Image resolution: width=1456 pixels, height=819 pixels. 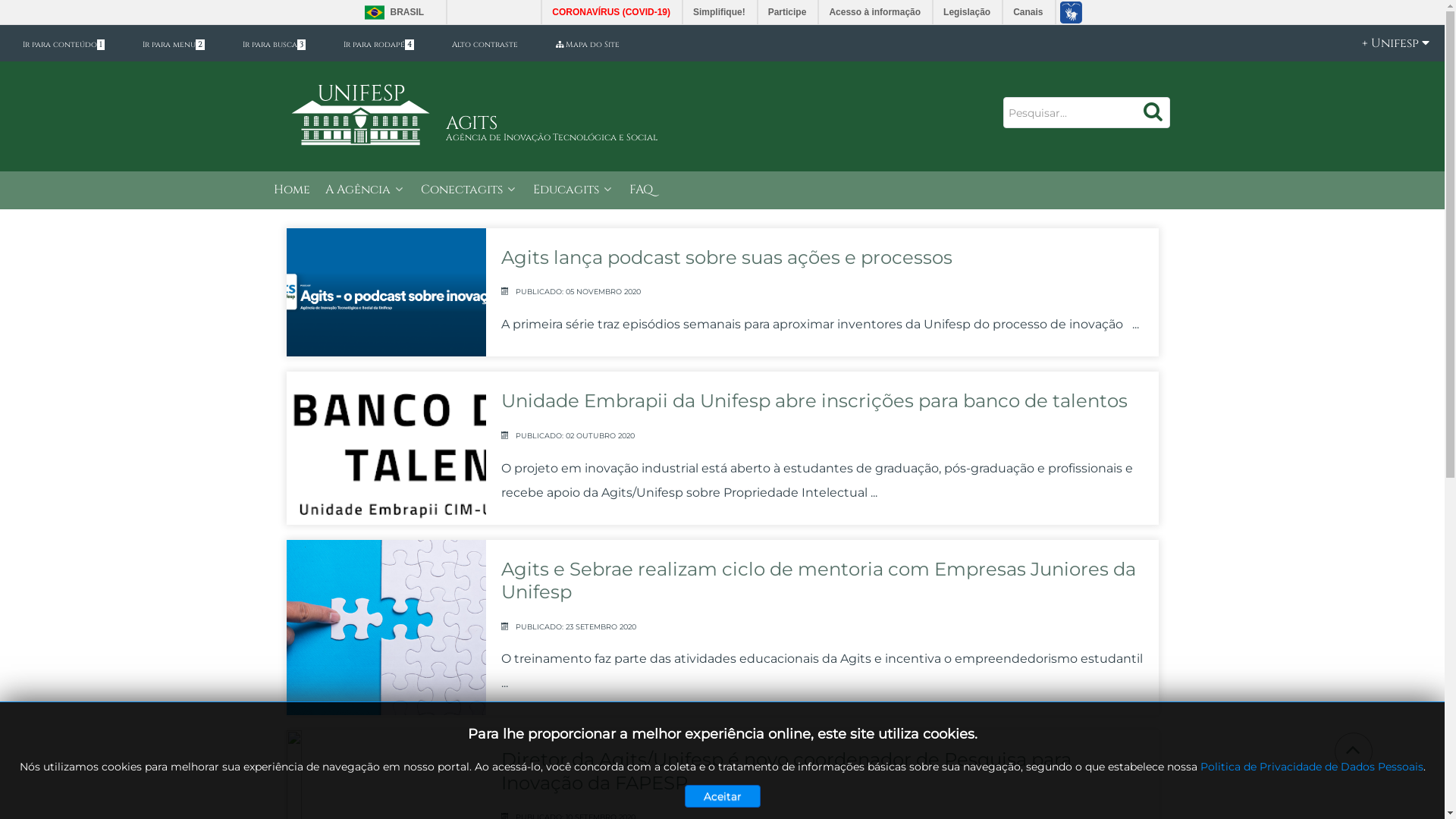 I want to click on 'Mapa do Site', so click(x=586, y=43).